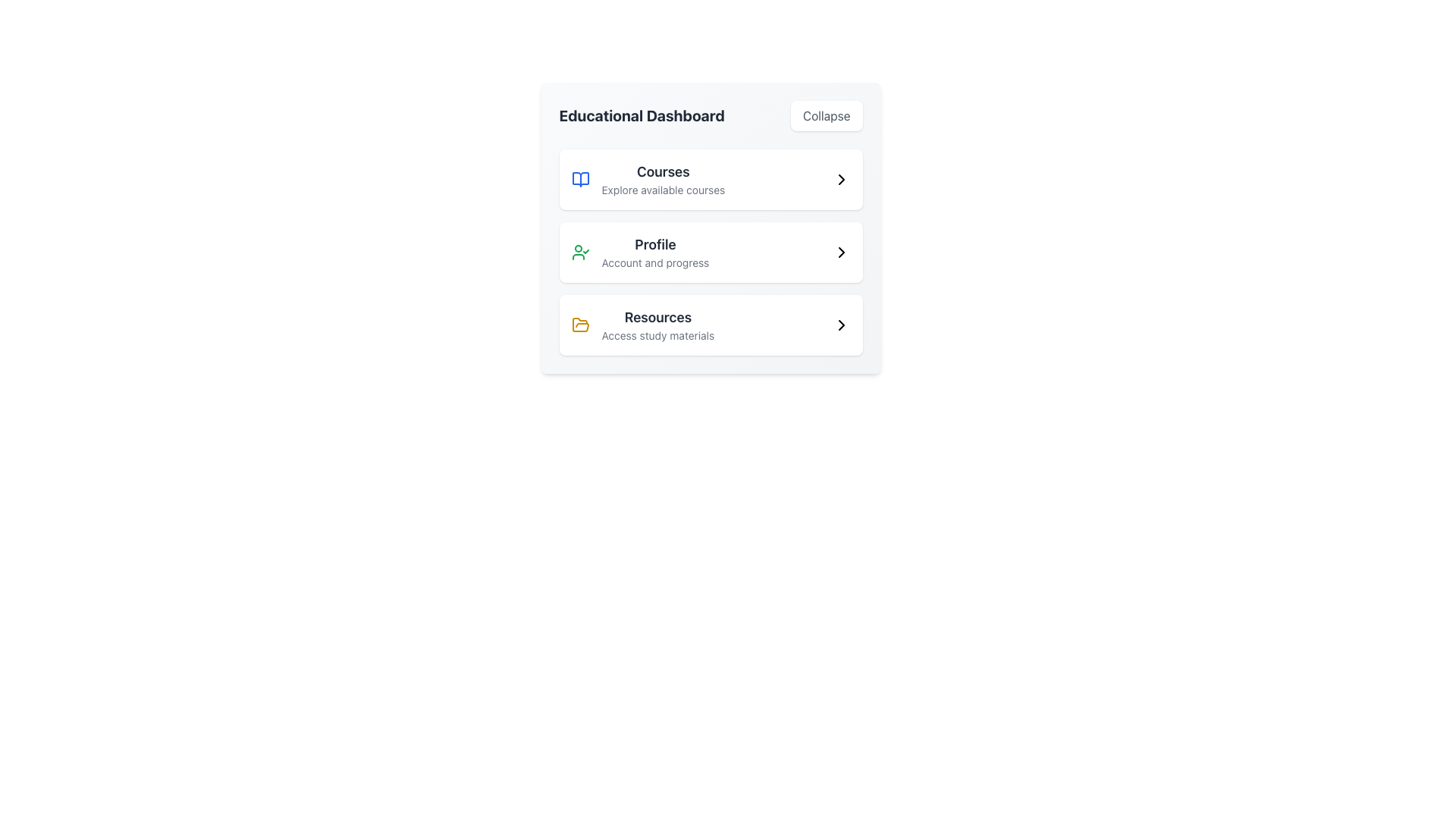 This screenshot has width=1456, height=819. What do you see at coordinates (579, 178) in the screenshot?
I see `the minimalist book icon located in the 'Courses' section of the educational dashboard, positioned near the top-left corner, aligned with the text 'Courses'` at bounding box center [579, 178].